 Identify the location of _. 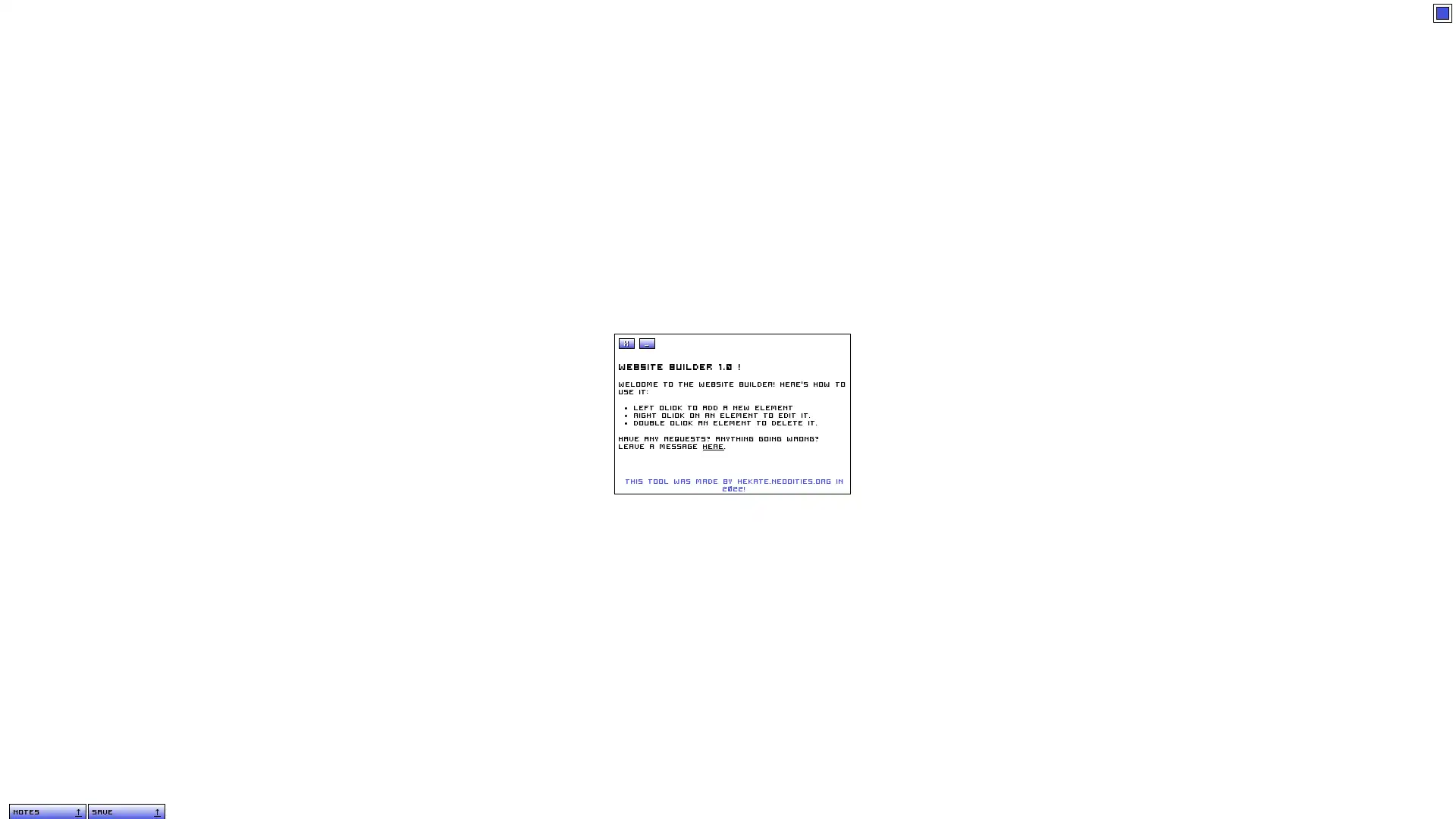
(647, 343).